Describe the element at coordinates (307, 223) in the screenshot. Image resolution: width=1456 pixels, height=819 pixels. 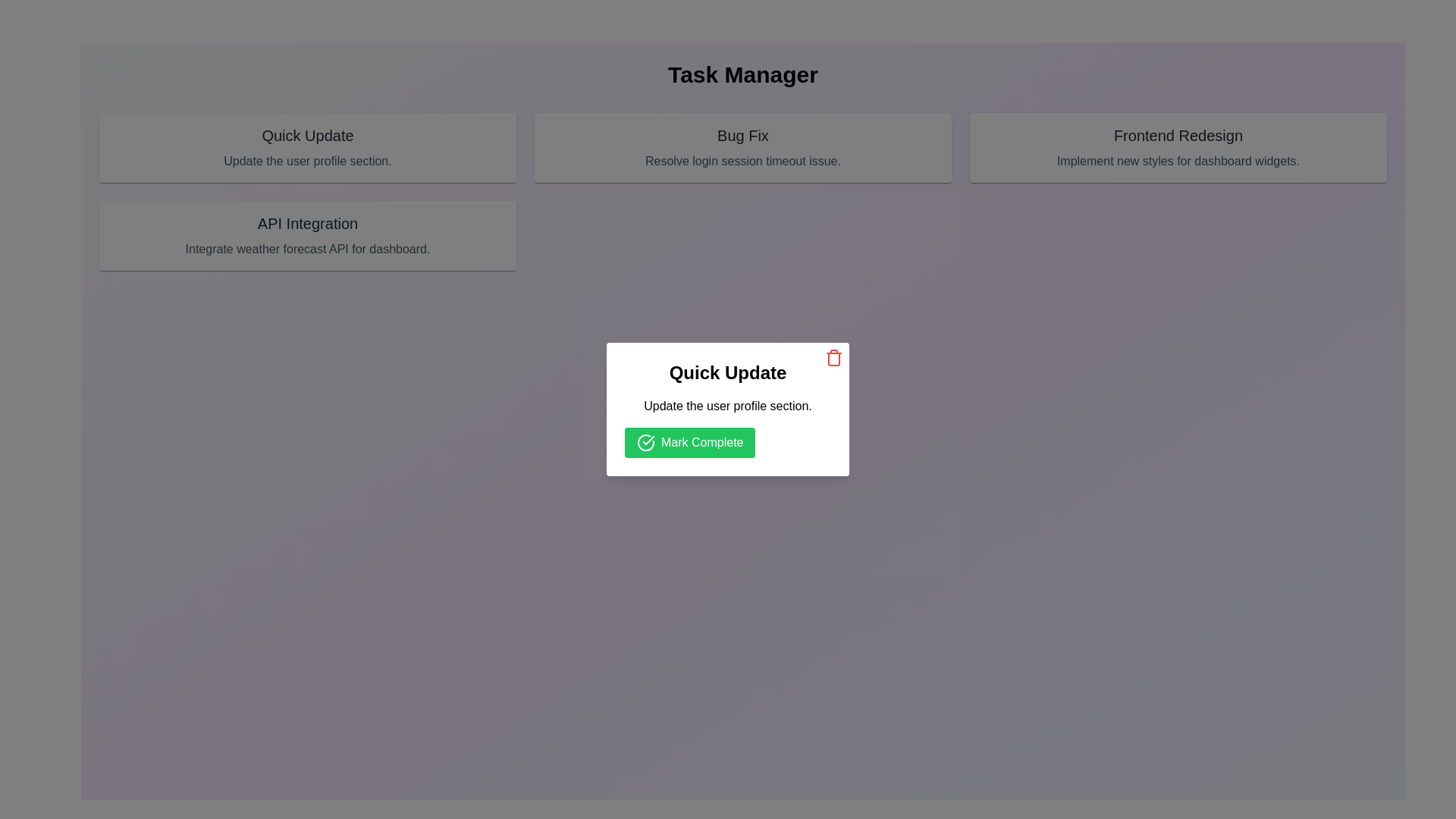
I see `the 'API Integration' label, which is styled in bold medium font and located under the 'Task Manager' title in the middle card of three` at that location.